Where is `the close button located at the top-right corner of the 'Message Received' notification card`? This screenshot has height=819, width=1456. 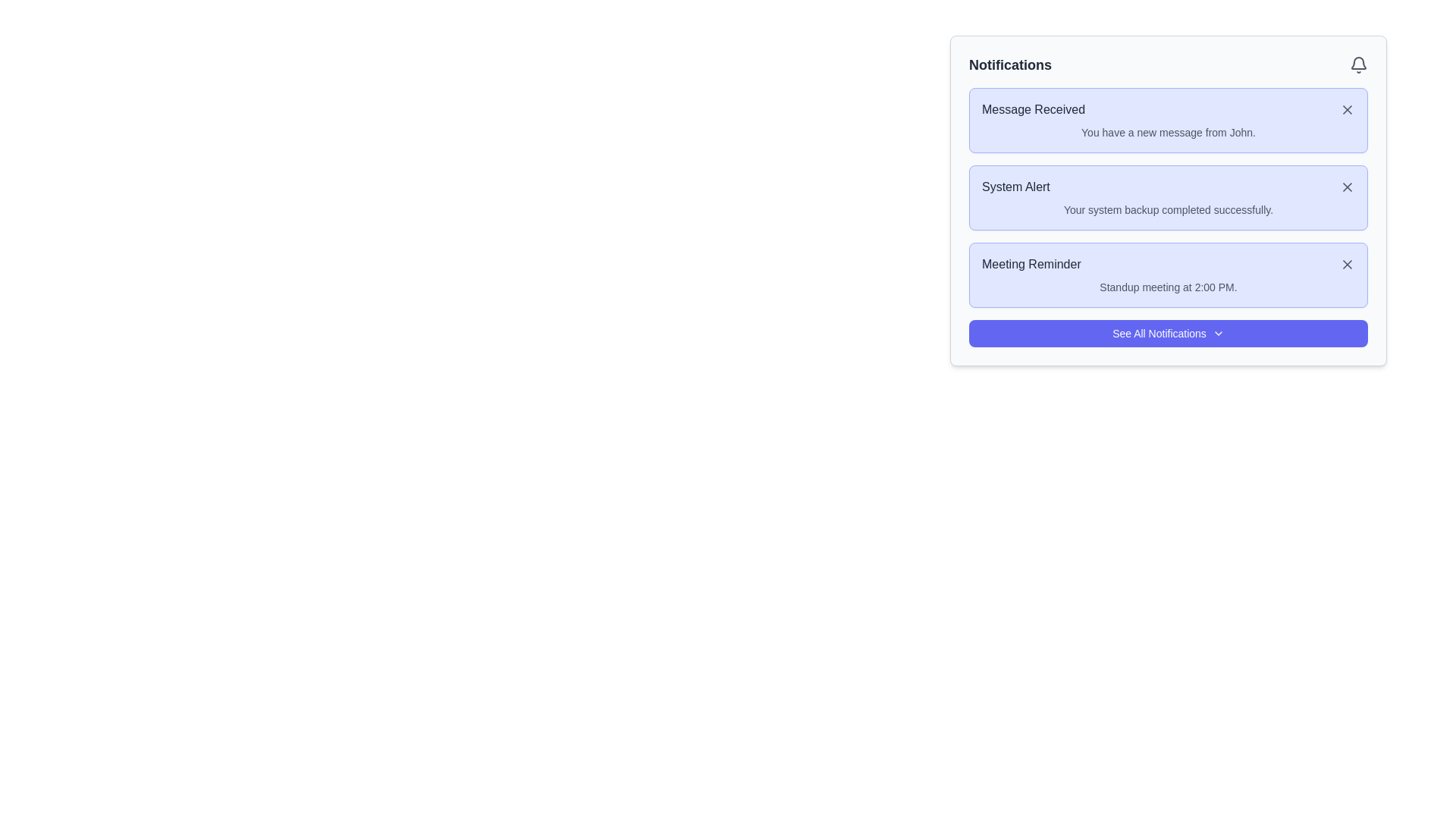 the close button located at the top-right corner of the 'Message Received' notification card is located at coordinates (1347, 109).